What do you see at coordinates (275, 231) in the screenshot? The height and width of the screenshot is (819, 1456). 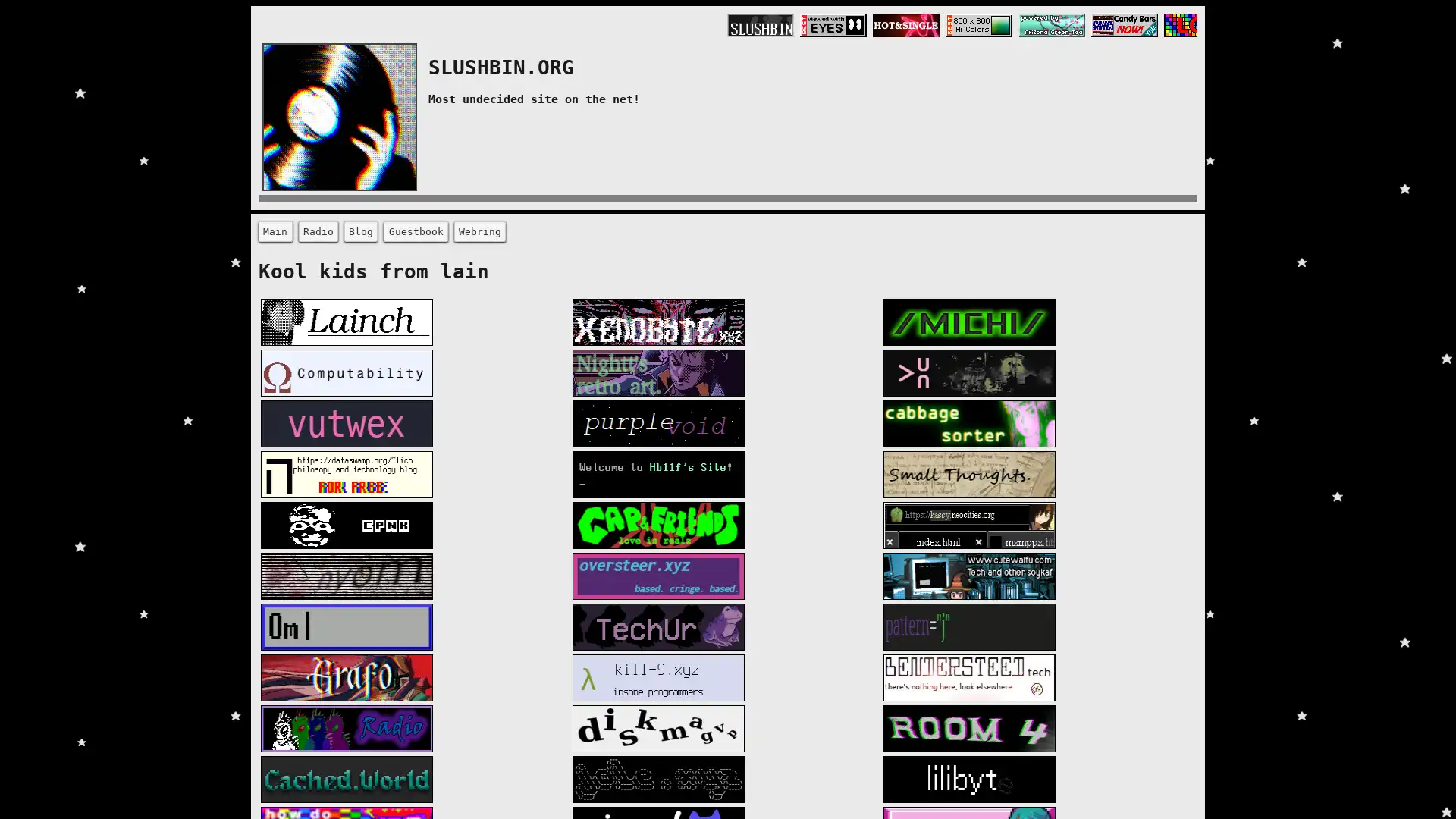 I see `Main` at bounding box center [275, 231].